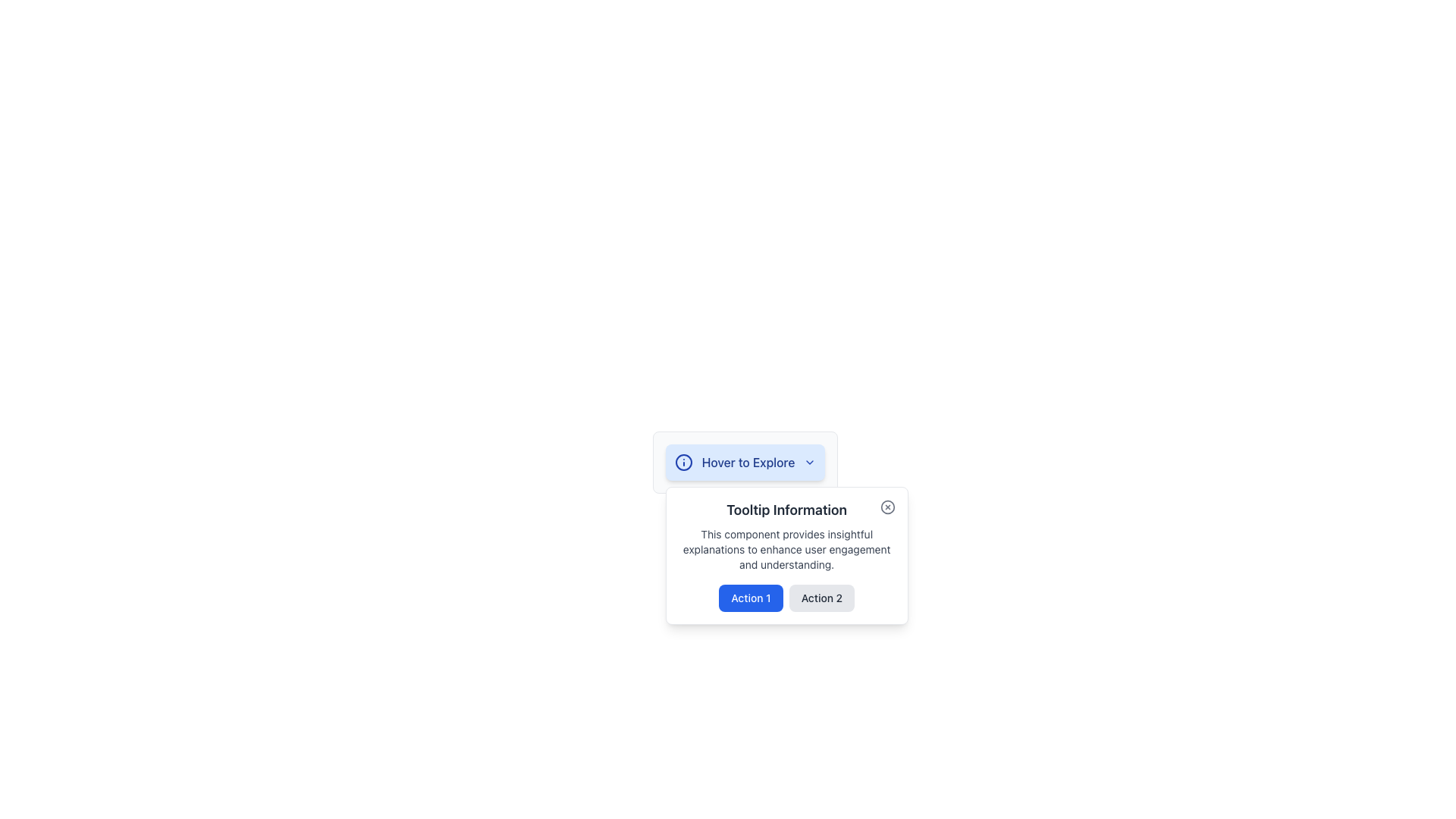  Describe the element at coordinates (786, 550) in the screenshot. I see `the Text Display element that contains the text 'This component provides insightful explanations to enhance user engagement and understanding.'` at that location.